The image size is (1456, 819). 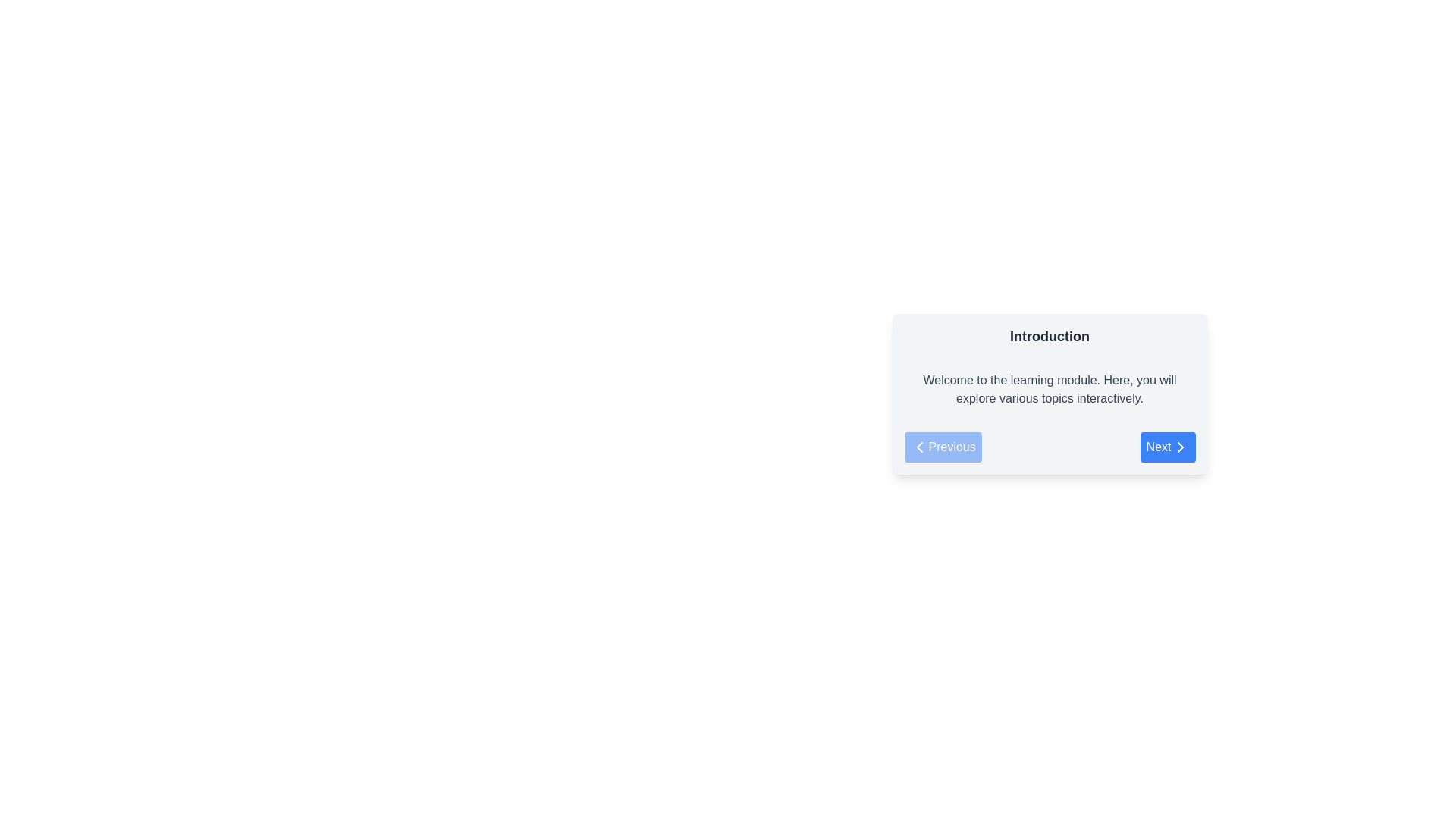 What do you see at coordinates (918, 447) in the screenshot?
I see `the 'Previous' button icon located to the left of the text 'Previous', which visually indicates backward navigation` at bounding box center [918, 447].